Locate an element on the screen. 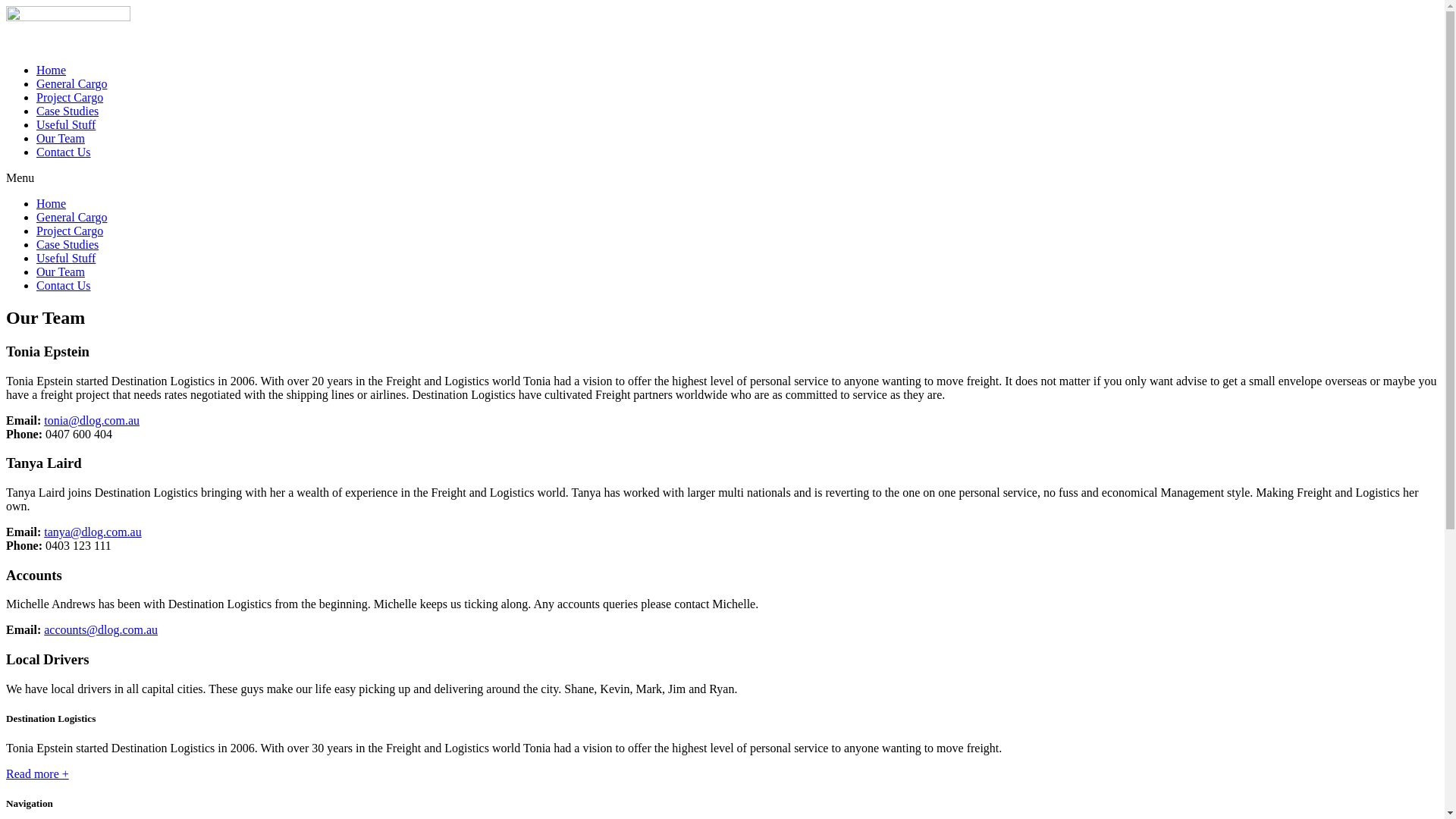 The width and height of the screenshot is (1456, 819). 'Our Team' is located at coordinates (61, 138).